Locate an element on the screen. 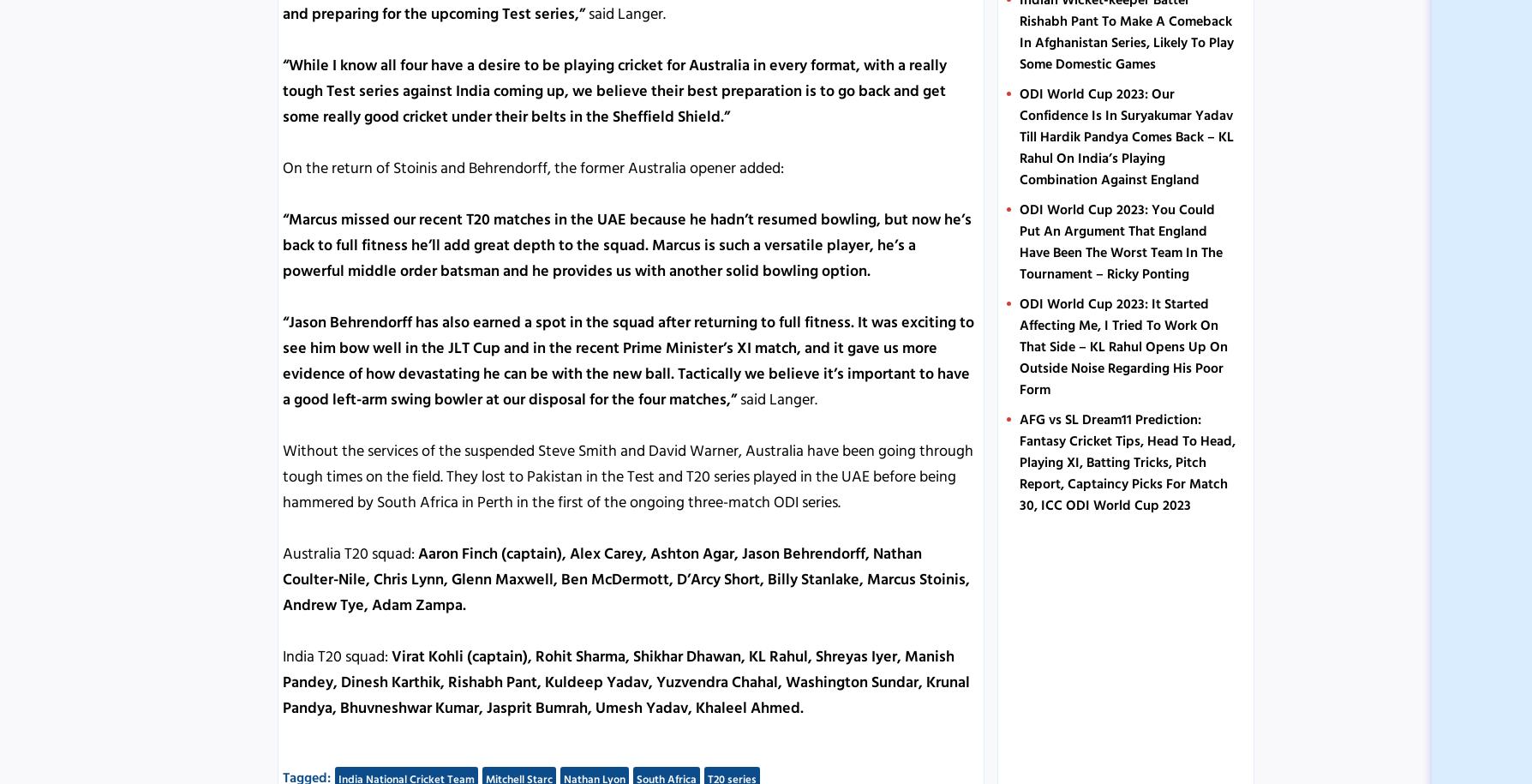 Image resolution: width=1532 pixels, height=784 pixels. 'Aaron Finch (captain), Alex Carey, Ashton Agar, Jason Behrendorff, Nathan Coulter-Nile, Chris Lynn, Glenn Maxwell, Ben McDermott, D’Arcy Short, Billy Stanlake, Marcus Stoinis, Andrew Tye, Adam Zampa.' is located at coordinates (282, 578).